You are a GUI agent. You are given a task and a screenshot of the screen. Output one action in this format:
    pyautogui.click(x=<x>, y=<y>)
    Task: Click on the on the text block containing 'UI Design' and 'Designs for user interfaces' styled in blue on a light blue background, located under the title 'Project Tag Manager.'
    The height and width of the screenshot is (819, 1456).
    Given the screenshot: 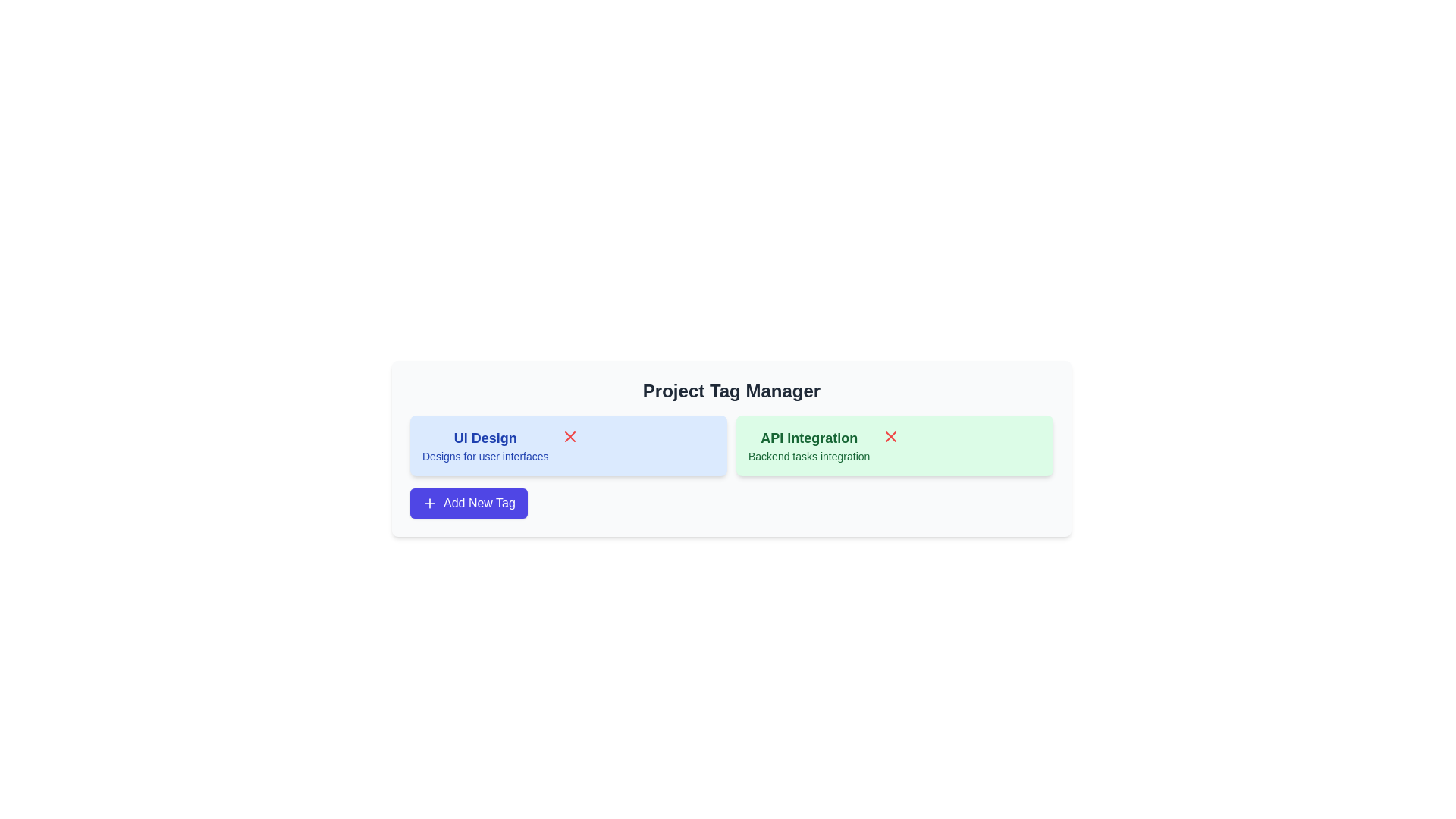 What is the action you would take?
    pyautogui.click(x=484, y=444)
    